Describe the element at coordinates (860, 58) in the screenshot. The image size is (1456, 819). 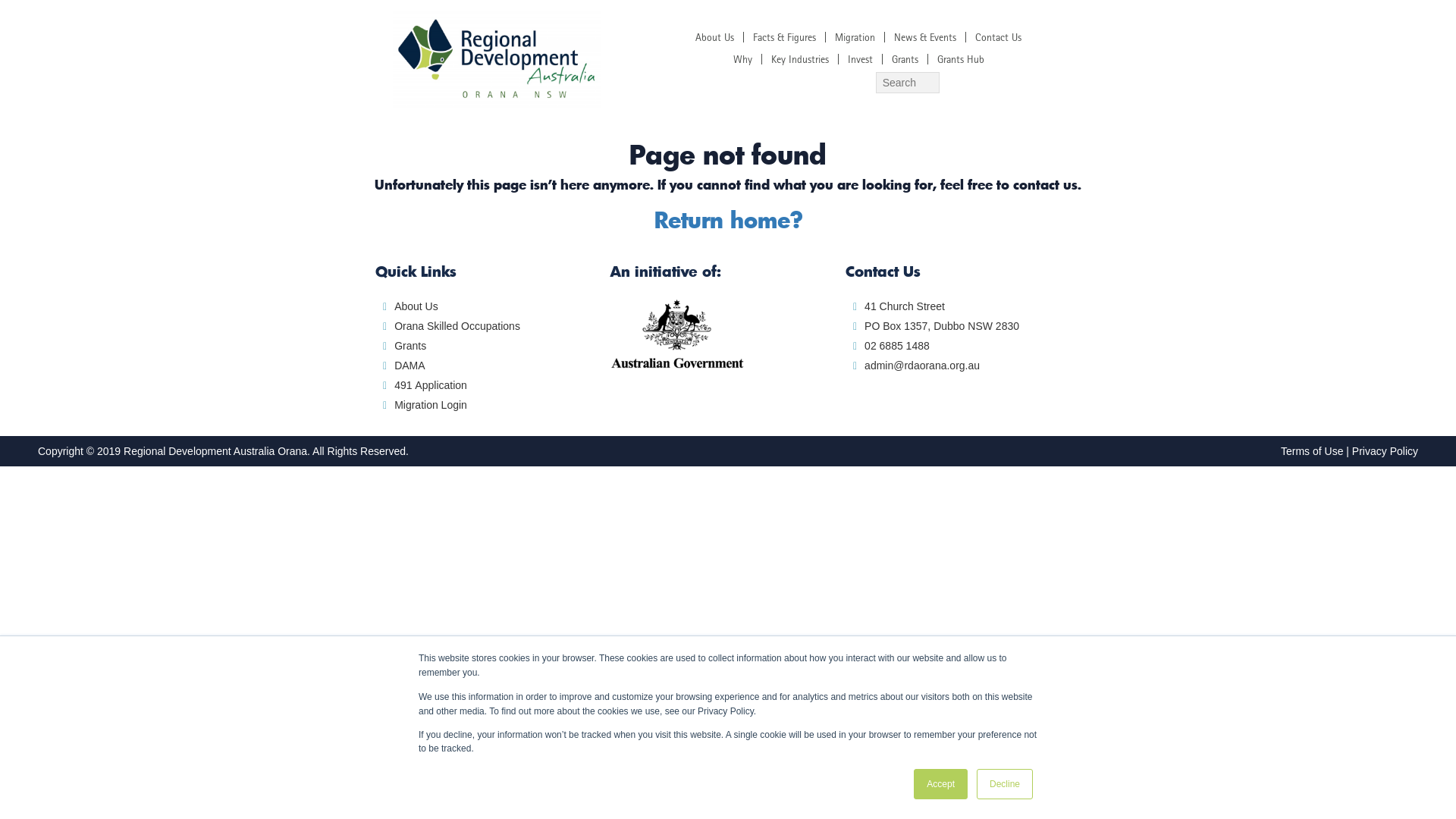
I see `'Invest'` at that location.